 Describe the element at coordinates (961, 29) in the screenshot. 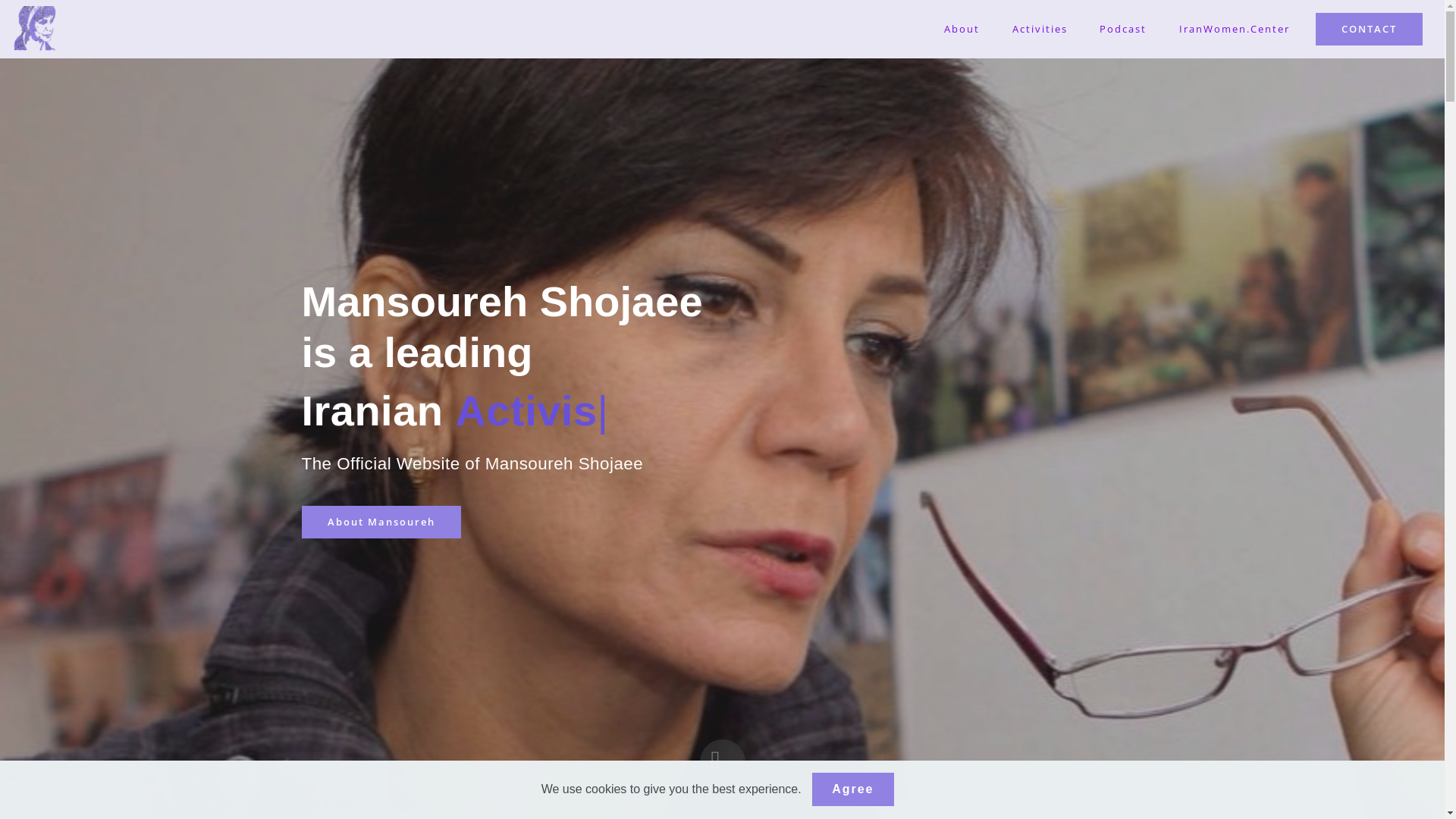

I see `'About'` at that location.